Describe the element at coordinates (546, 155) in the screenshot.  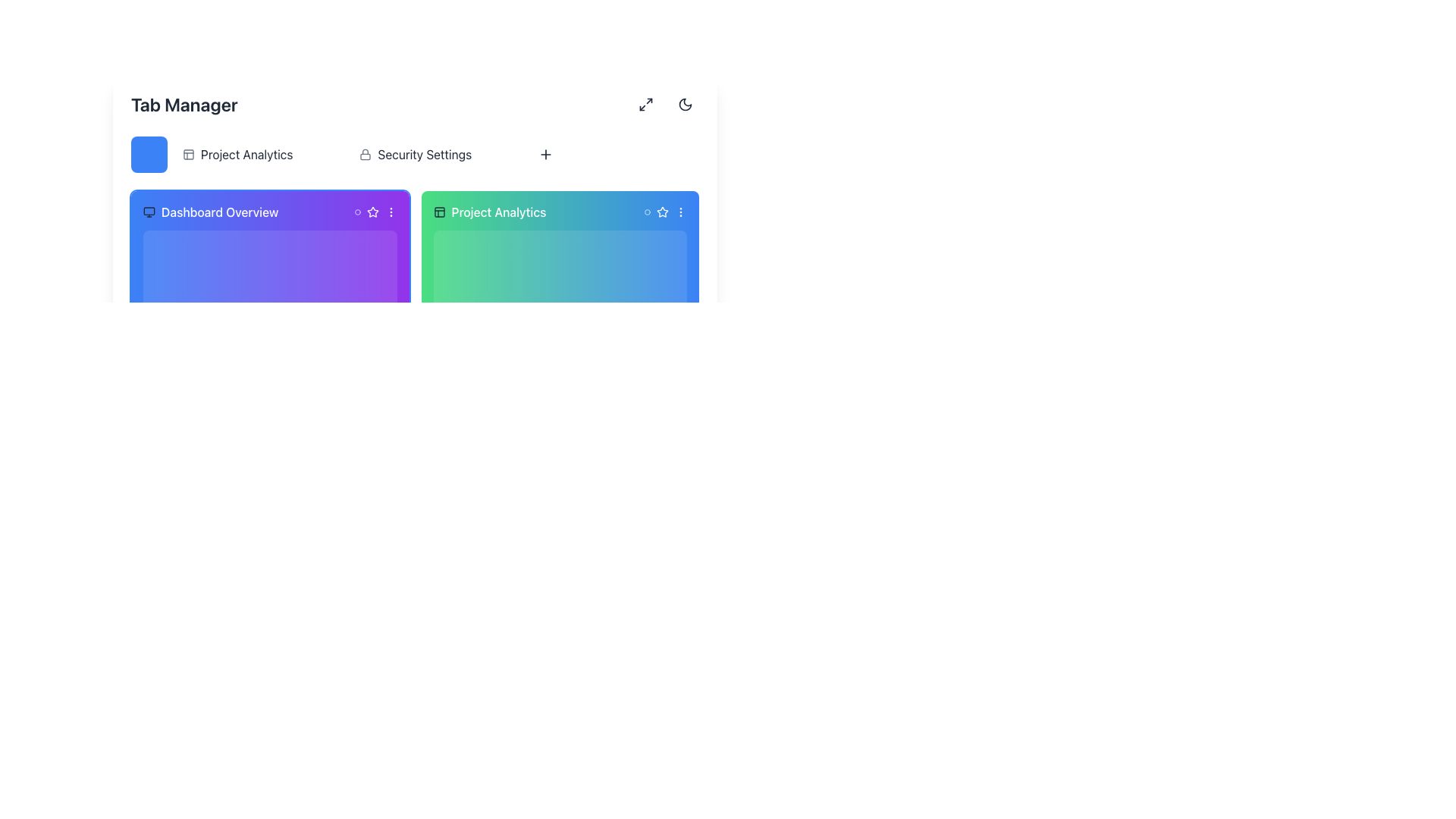
I see `the plus icon located near the top right section of the interface` at that location.